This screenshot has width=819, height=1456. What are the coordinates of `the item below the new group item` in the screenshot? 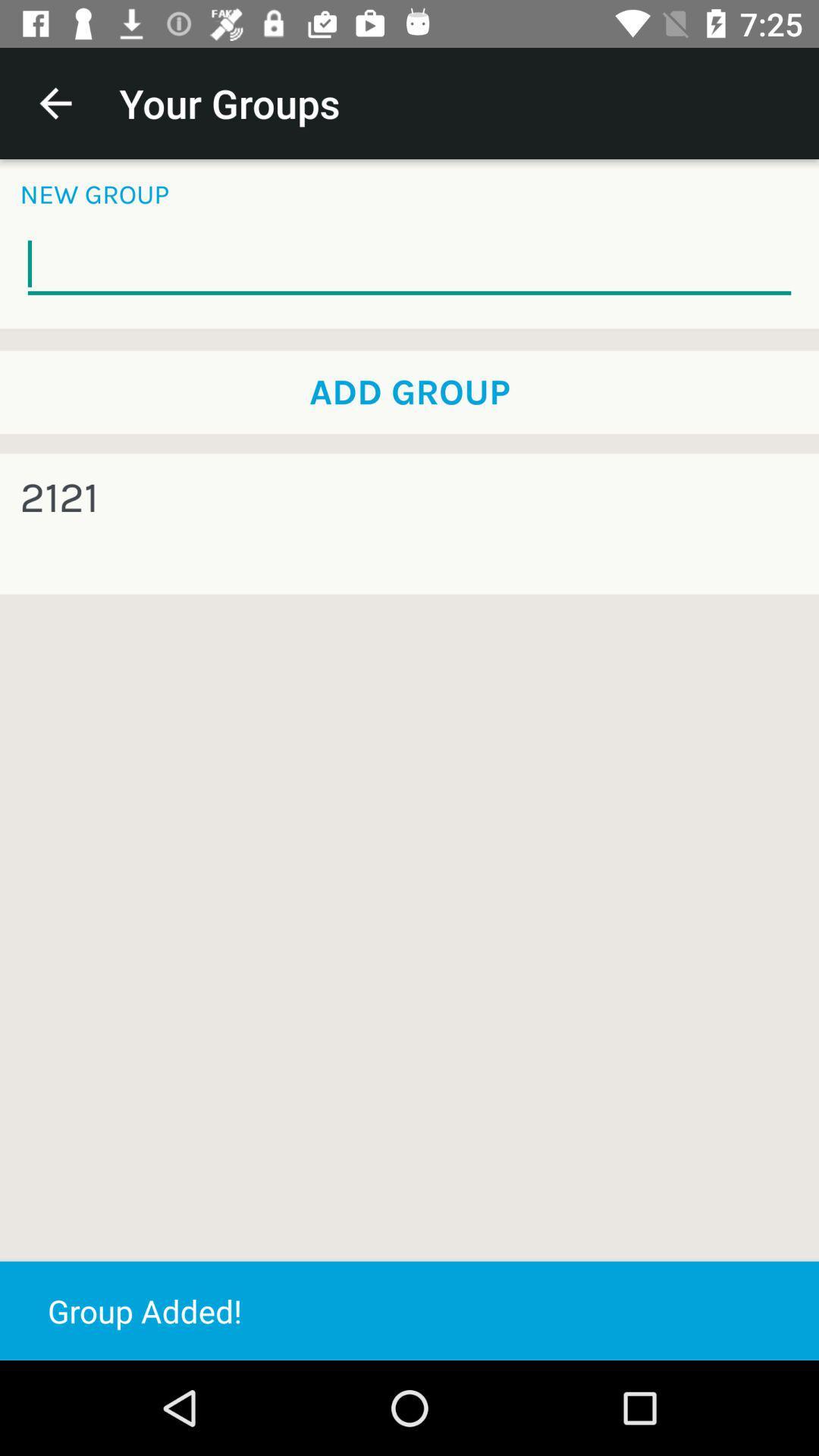 It's located at (409, 265).